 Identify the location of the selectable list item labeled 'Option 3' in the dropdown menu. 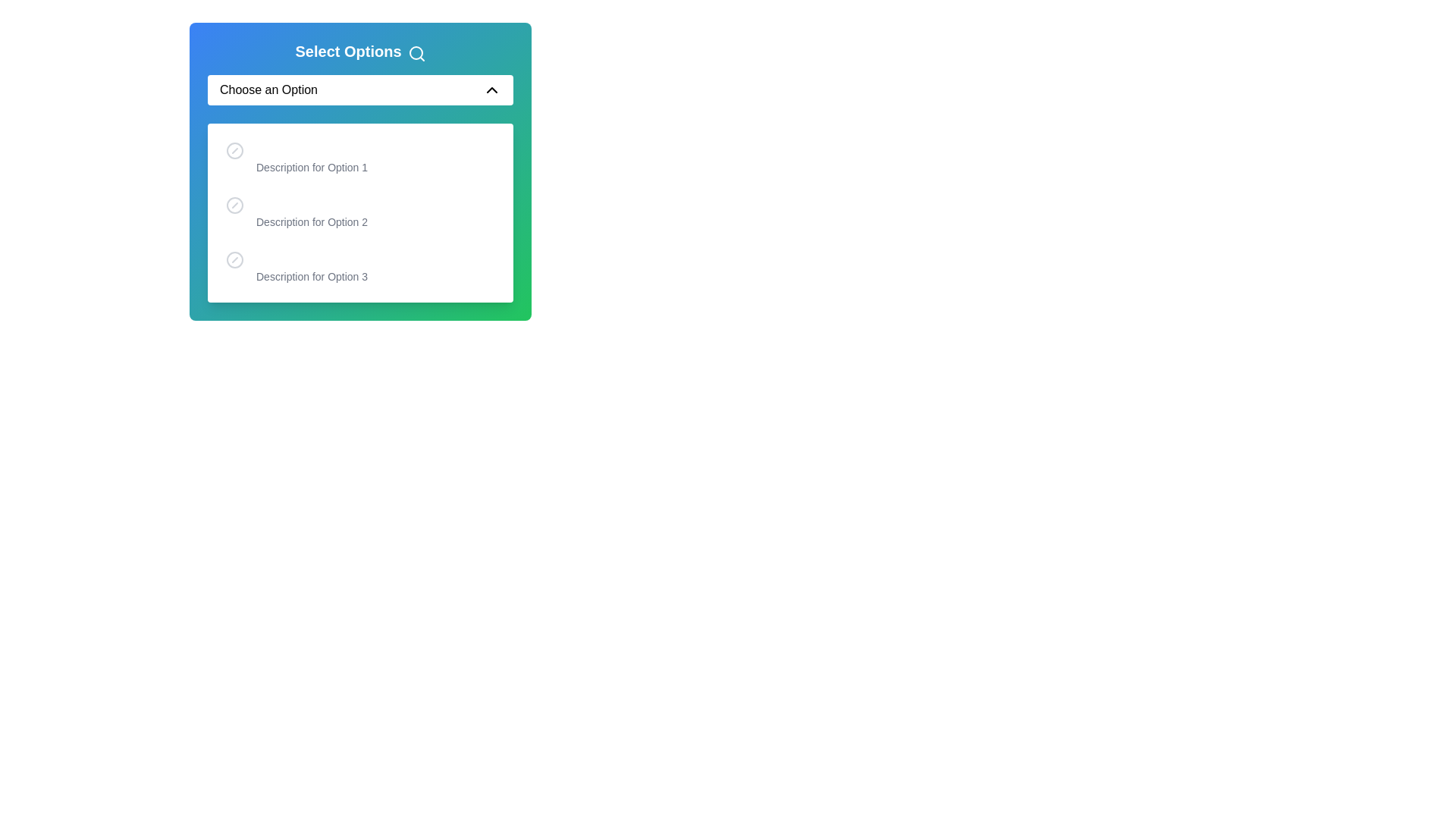
(359, 266).